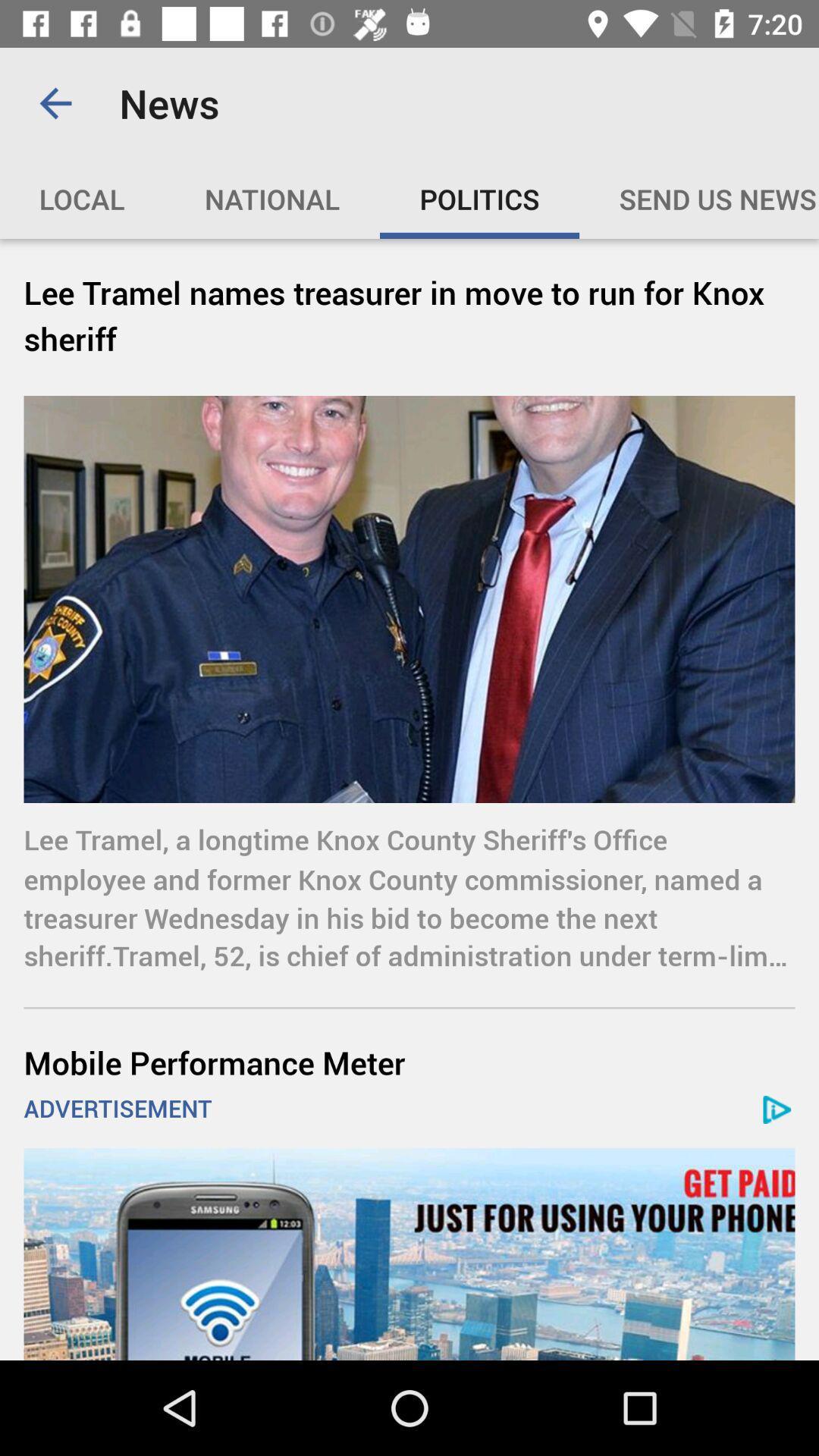 This screenshot has width=819, height=1456. Describe the element at coordinates (409, 1062) in the screenshot. I see `the item below the lee tramel a icon` at that location.